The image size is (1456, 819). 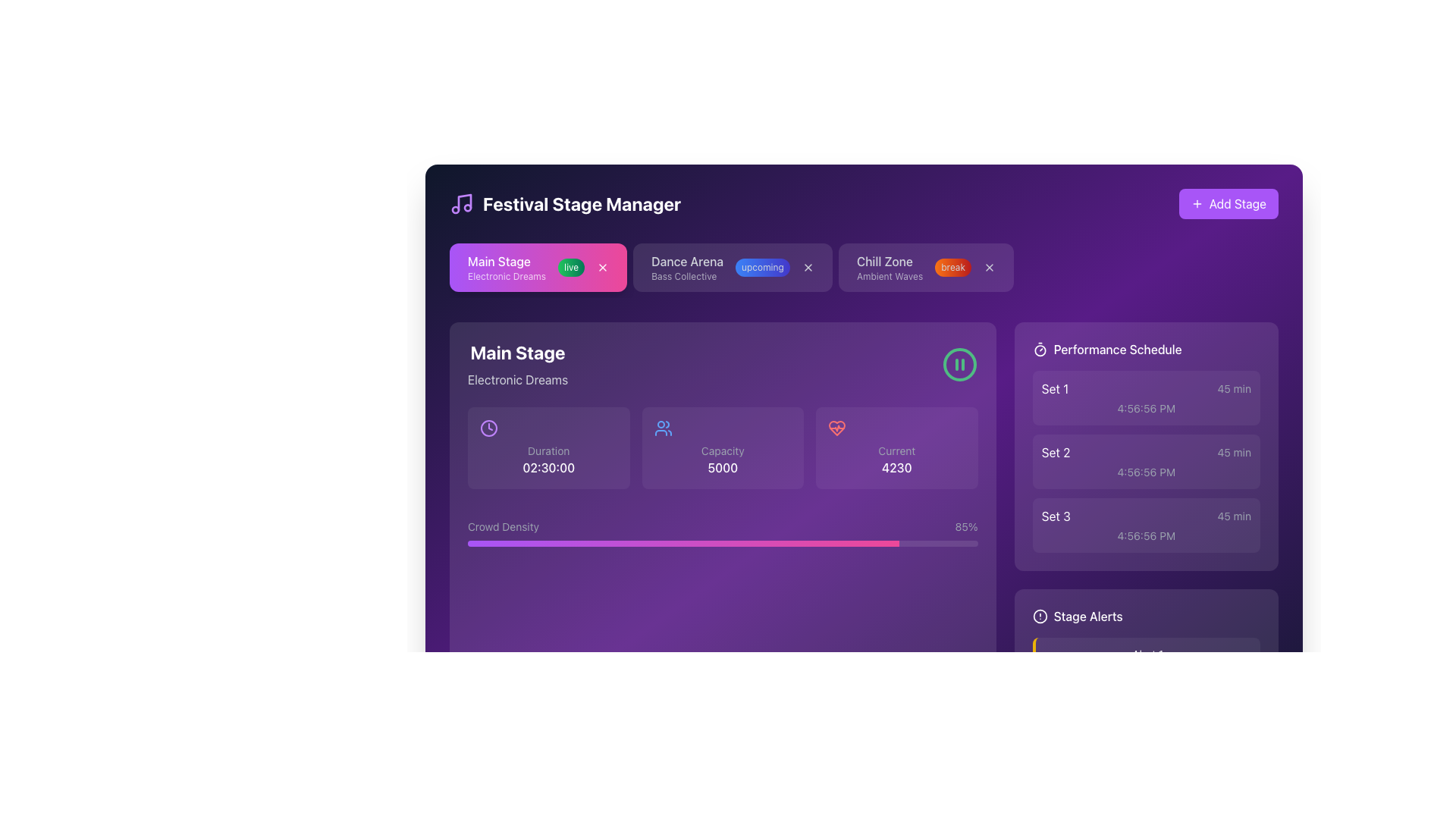 I want to click on the Badged Label indicating 'break' in the Chill Zone section, positioned next to 'Ambient Waves' and to the left of the close icon, so click(x=952, y=267).